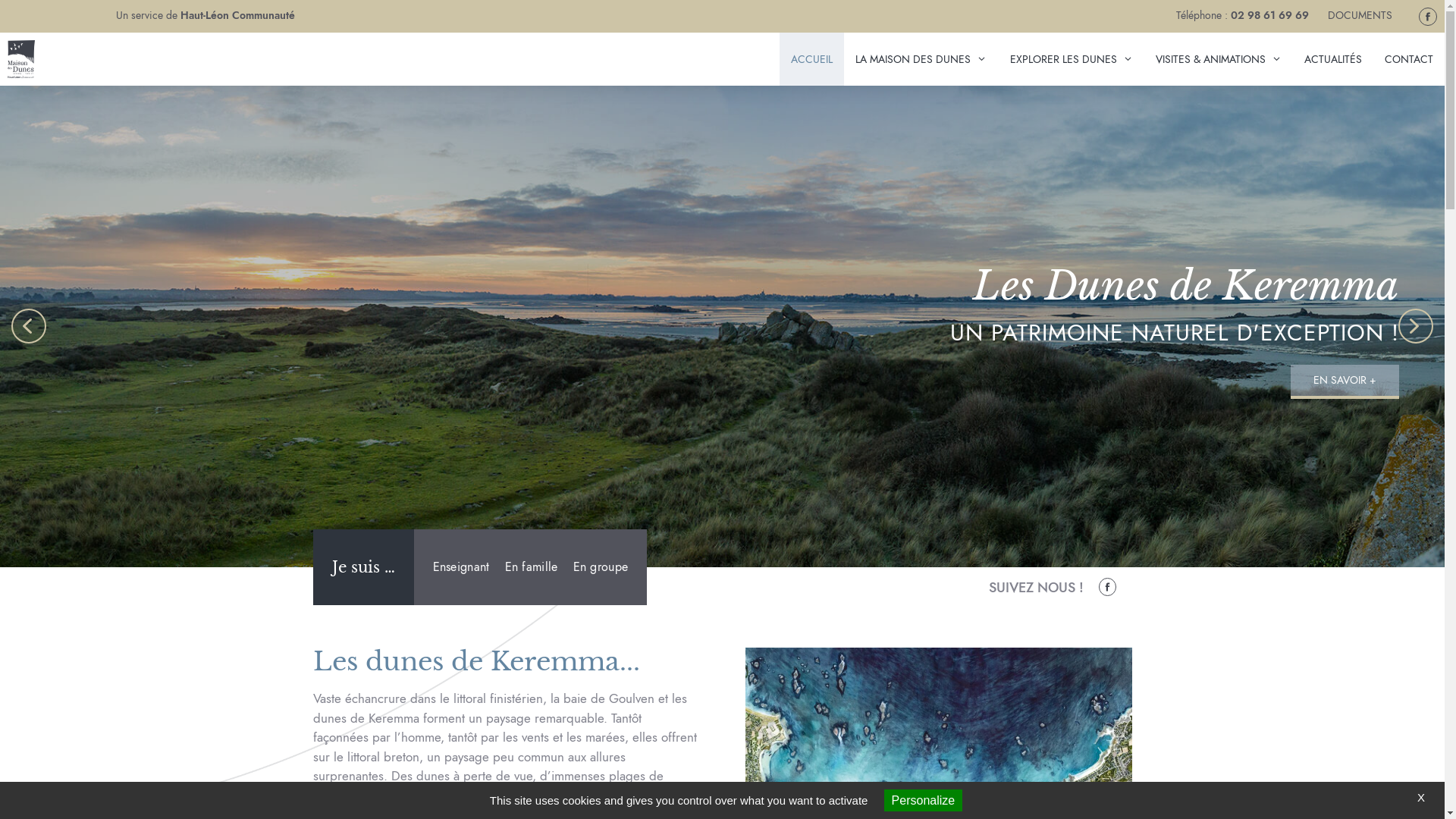 This screenshot has height=819, width=1456. Describe the element at coordinates (1290, 379) in the screenshot. I see `'EN SAVOIR +'` at that location.